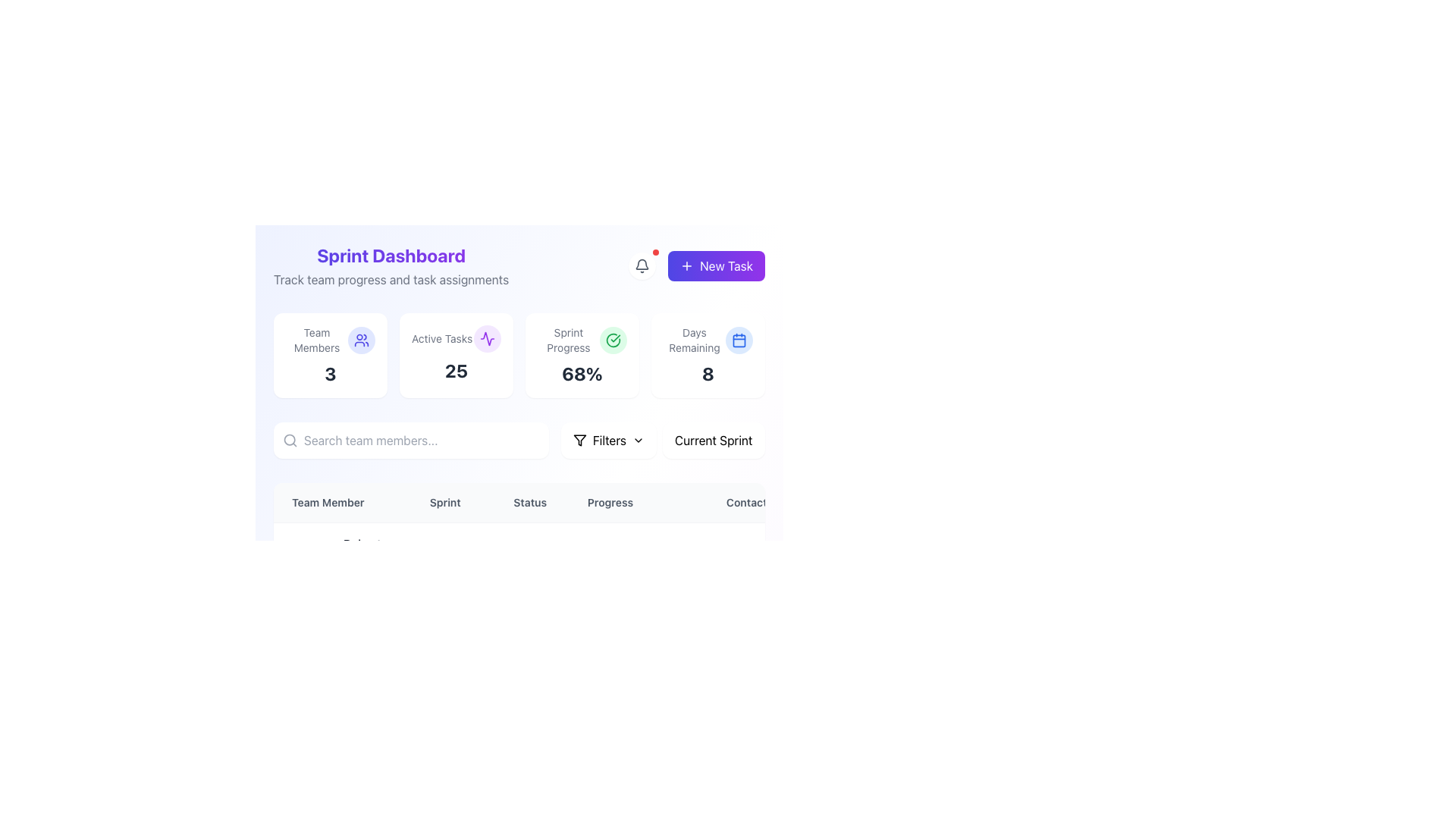 The image size is (1456, 819). What do you see at coordinates (716, 265) in the screenshot?
I see `the button located in the top-right corner of the interface, next to the notification bell icon, to create a new task` at bounding box center [716, 265].